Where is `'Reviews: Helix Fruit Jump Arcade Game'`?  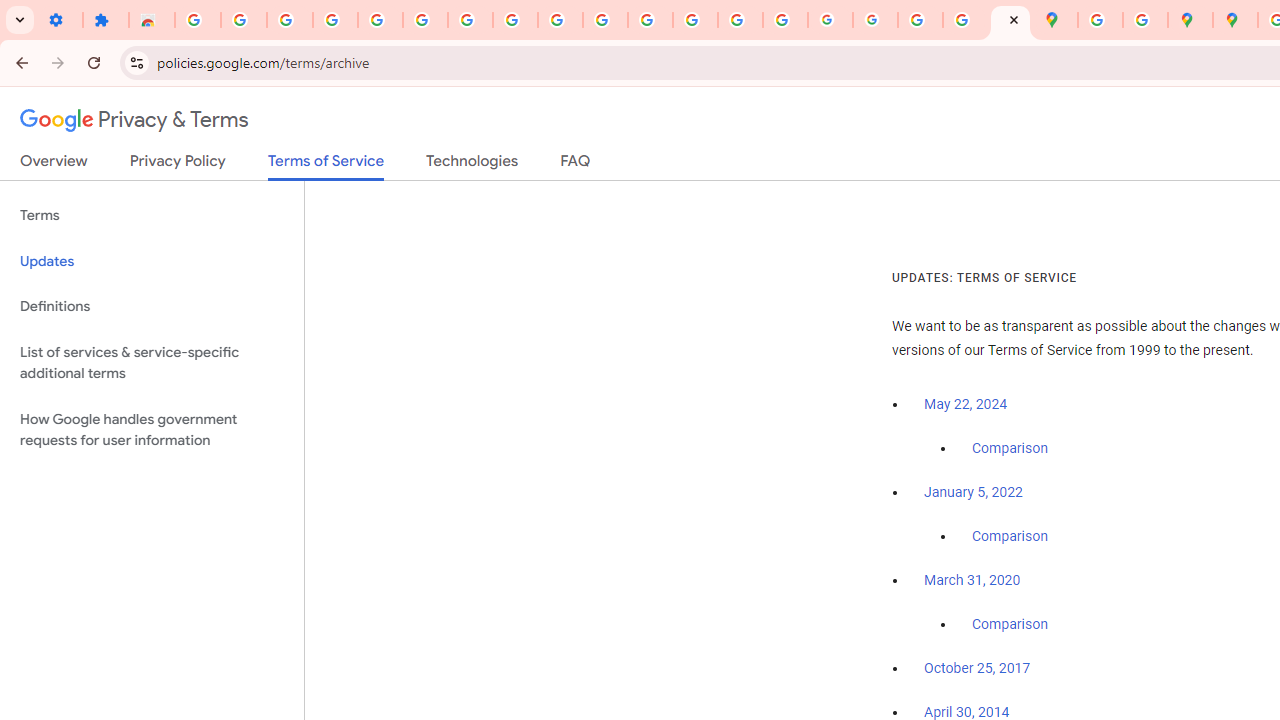
'Reviews: Helix Fruit Jump Arcade Game' is located at coordinates (151, 20).